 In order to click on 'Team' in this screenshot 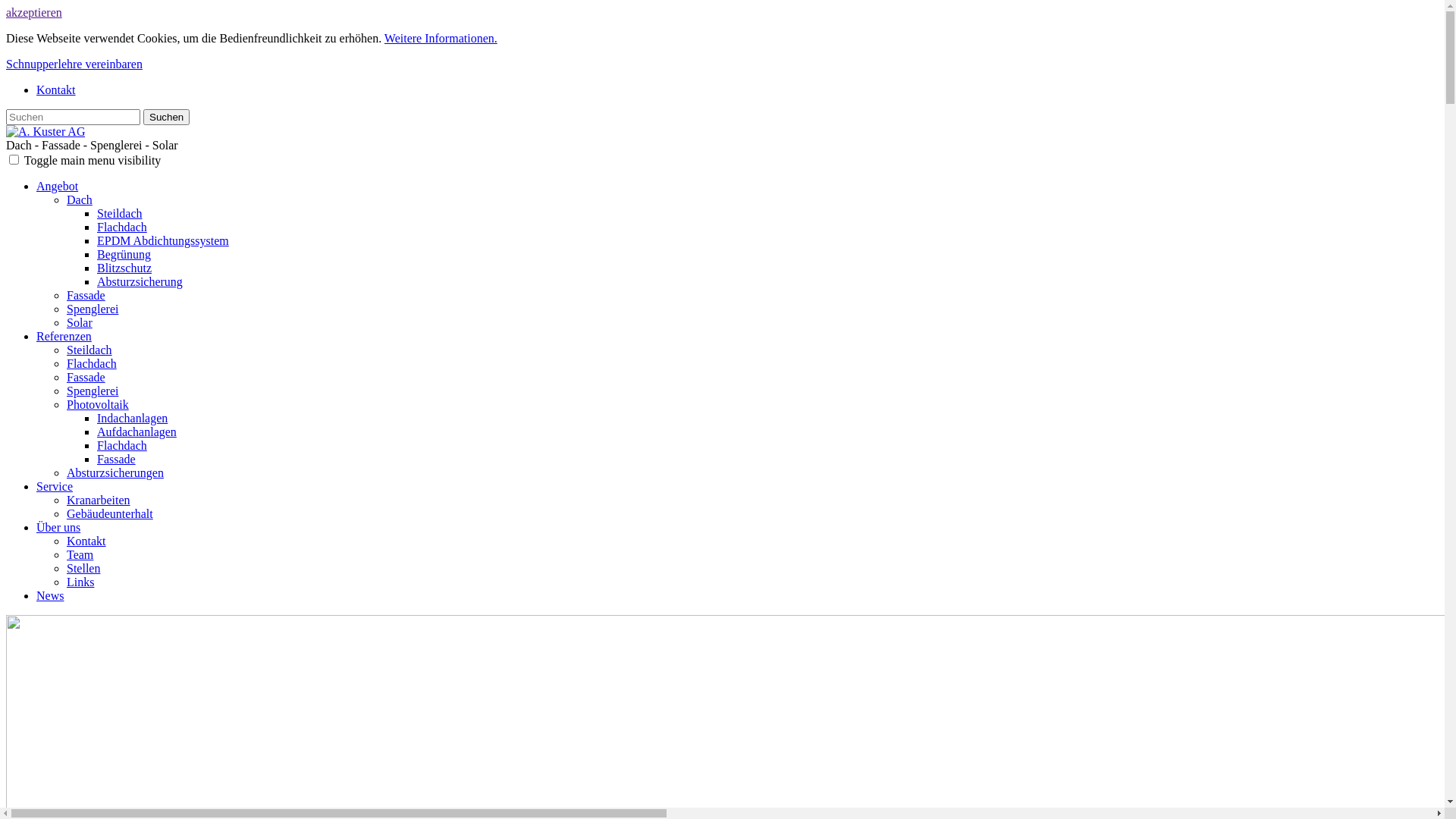, I will do `click(79, 554)`.